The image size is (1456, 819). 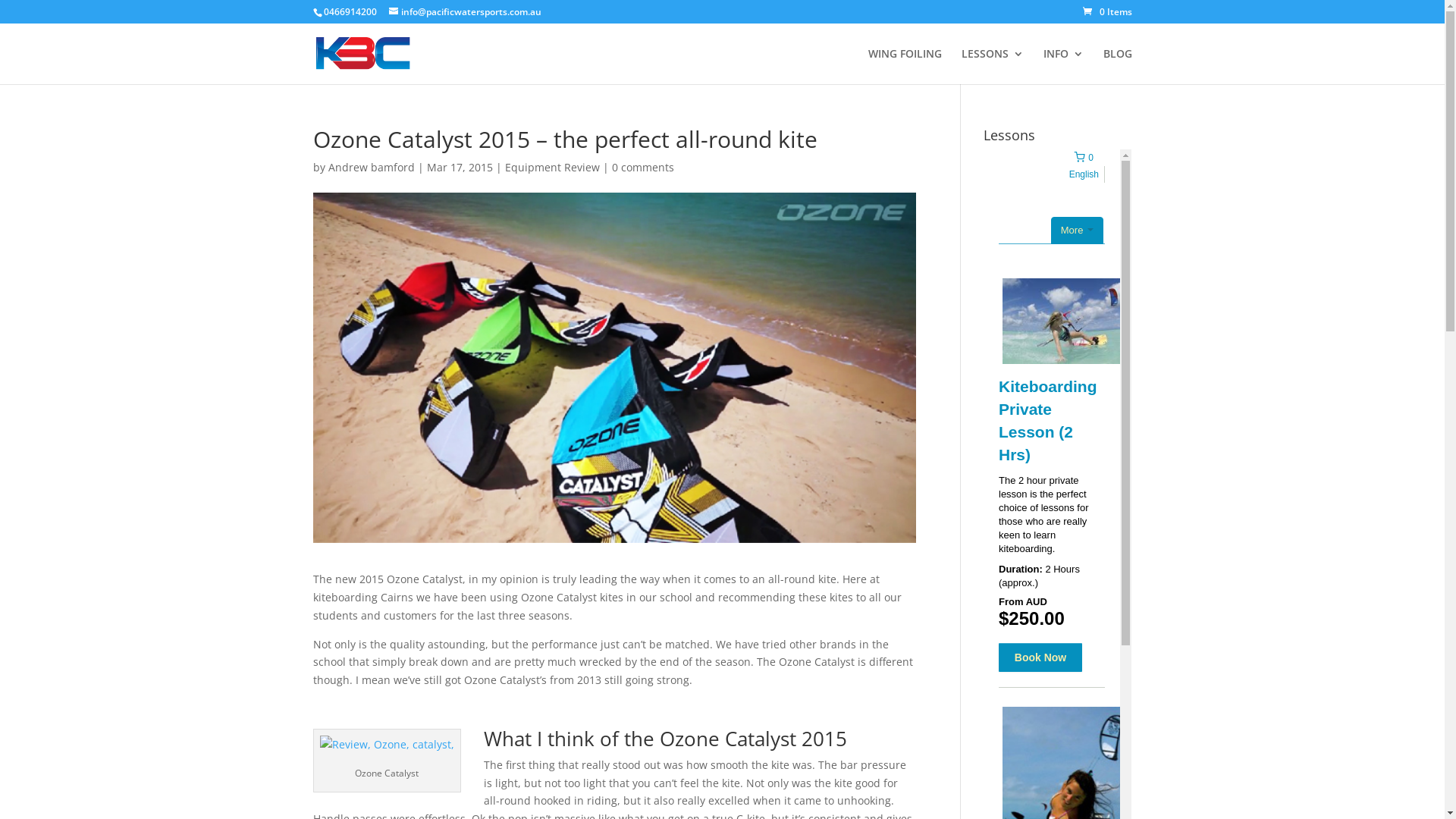 I want to click on 'LESSONS', so click(x=993, y=65).